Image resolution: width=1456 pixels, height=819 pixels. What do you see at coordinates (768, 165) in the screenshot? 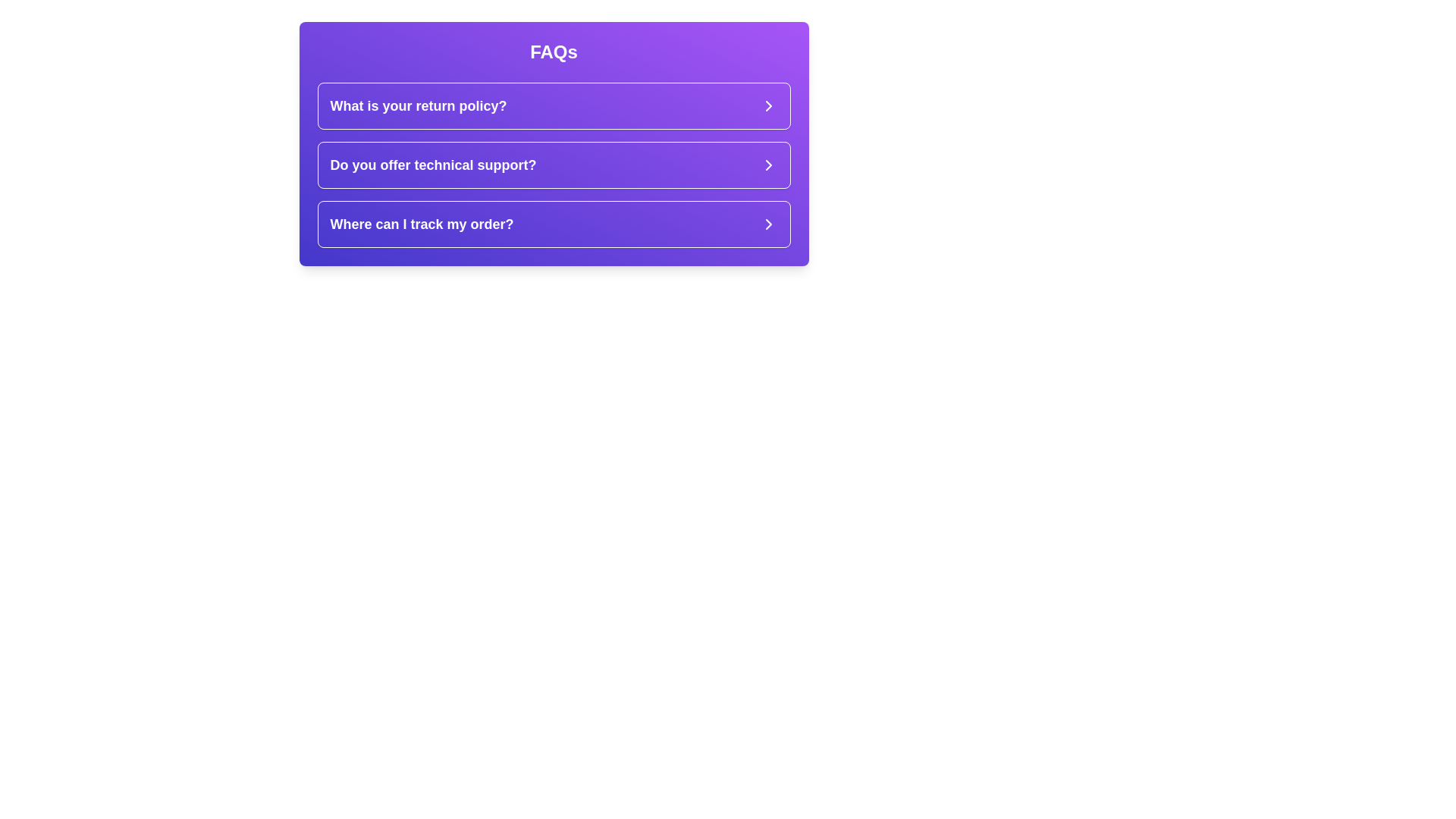
I see `the small right-pointing arrow icon at the end of the middle question card labeled 'Do you offer technical support?'` at bounding box center [768, 165].